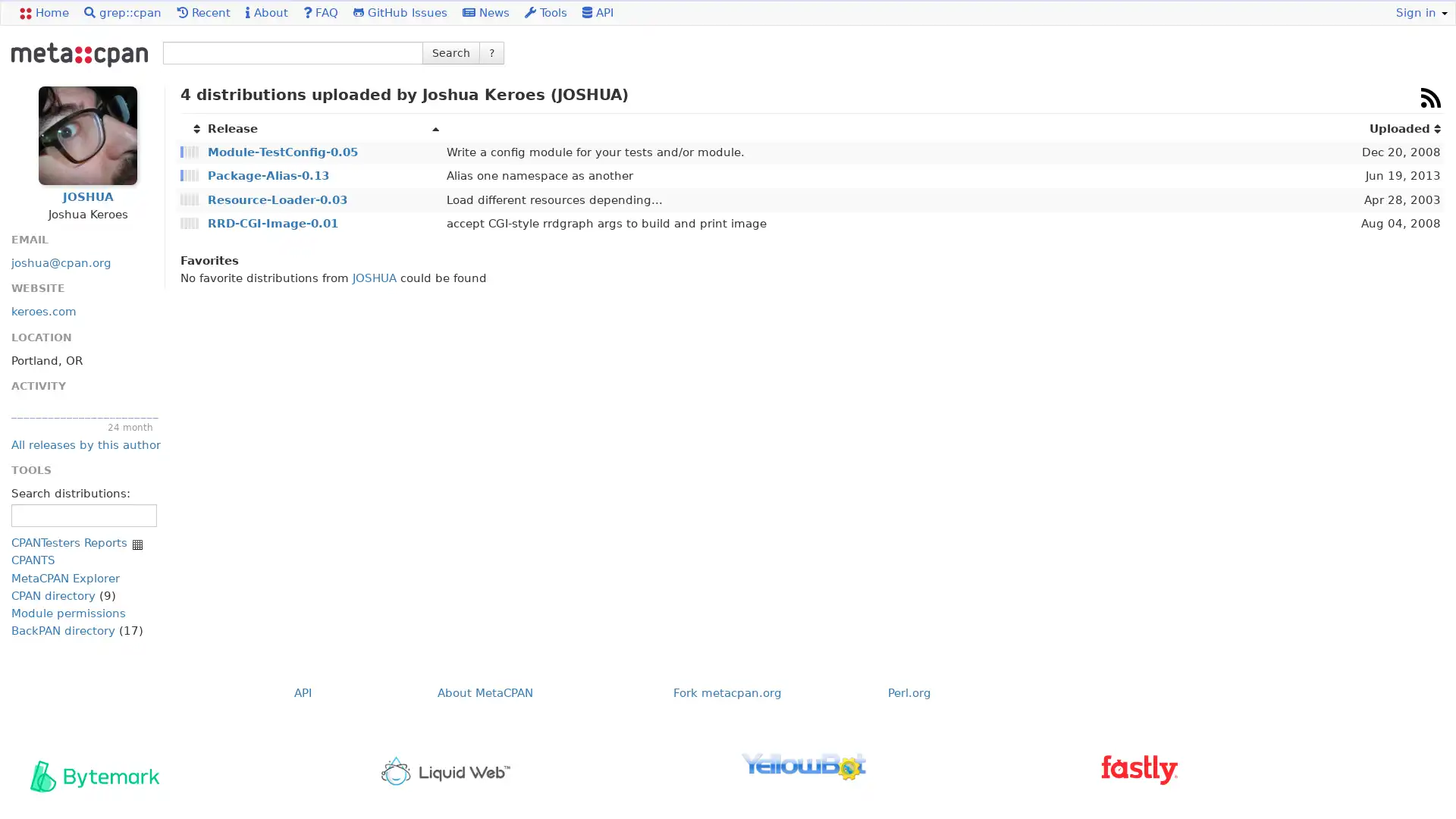  What do you see at coordinates (450, 52) in the screenshot?
I see `Search` at bounding box center [450, 52].